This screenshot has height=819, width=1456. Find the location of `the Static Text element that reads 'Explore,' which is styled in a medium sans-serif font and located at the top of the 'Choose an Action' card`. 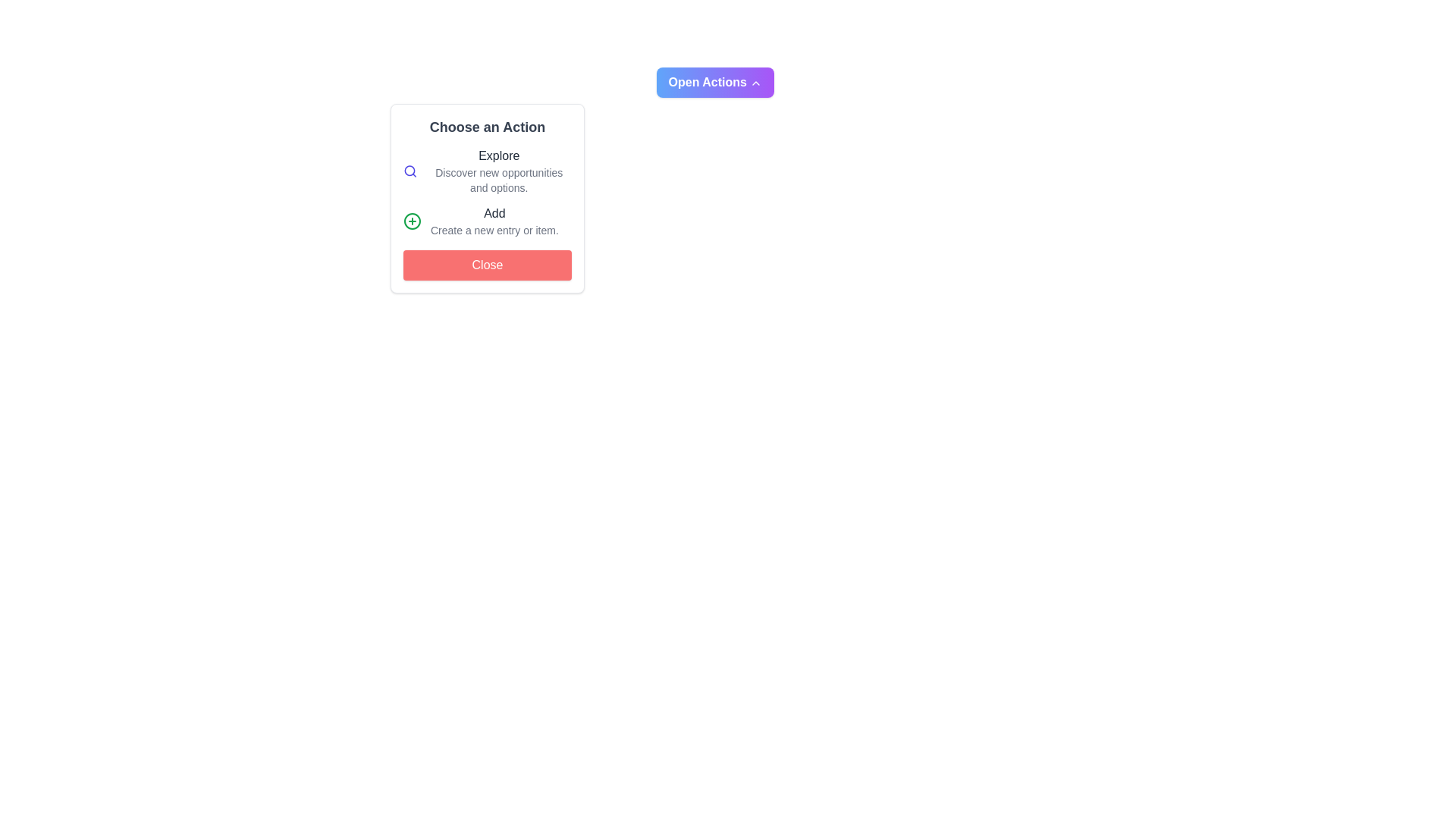

the Static Text element that reads 'Explore,' which is styled in a medium sans-serif font and located at the top of the 'Choose an Action' card is located at coordinates (499, 155).